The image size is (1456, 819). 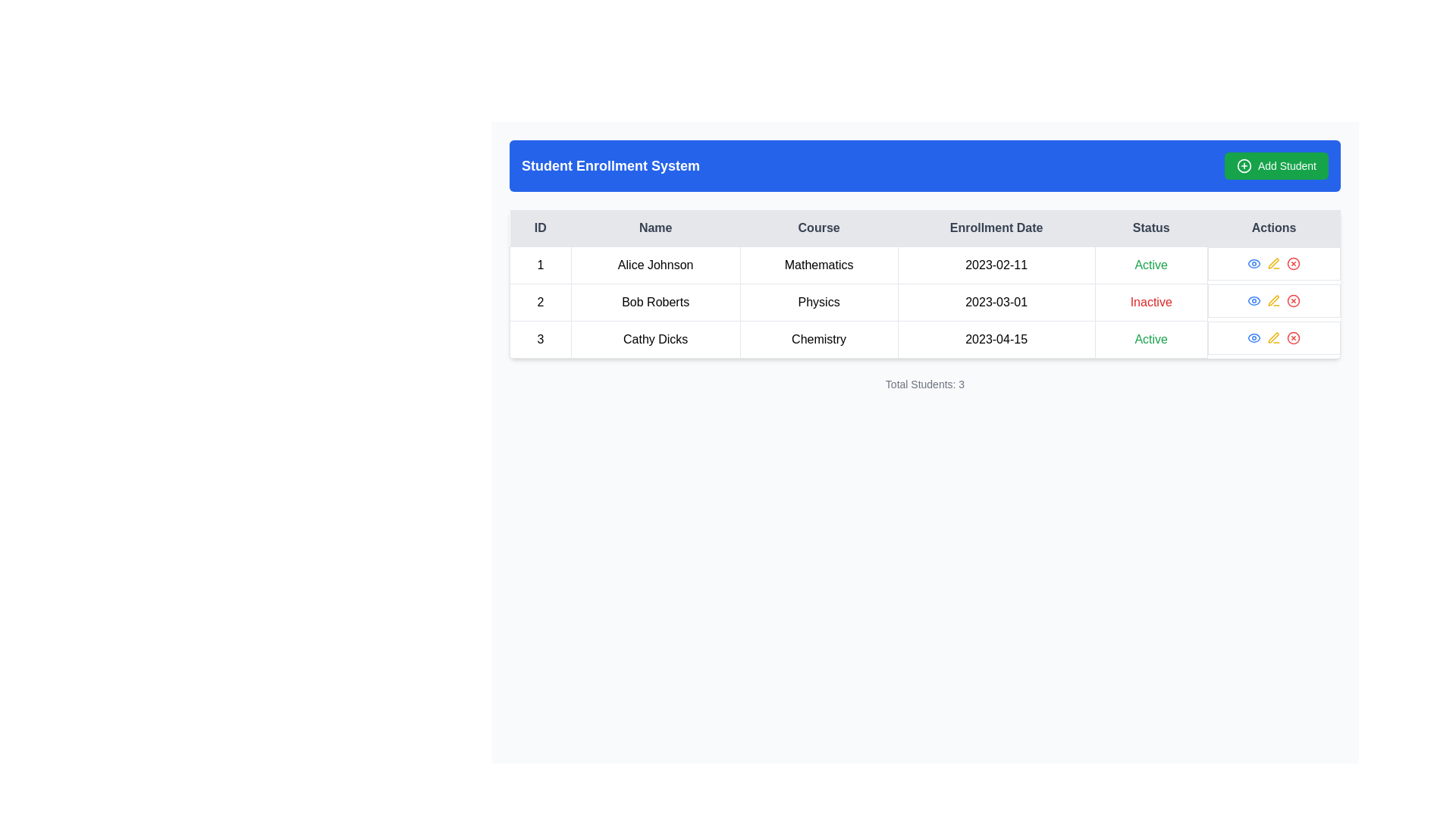 I want to click on the table cell displaying the unique identifier in the first row under the 'ID' column, so click(x=540, y=265).